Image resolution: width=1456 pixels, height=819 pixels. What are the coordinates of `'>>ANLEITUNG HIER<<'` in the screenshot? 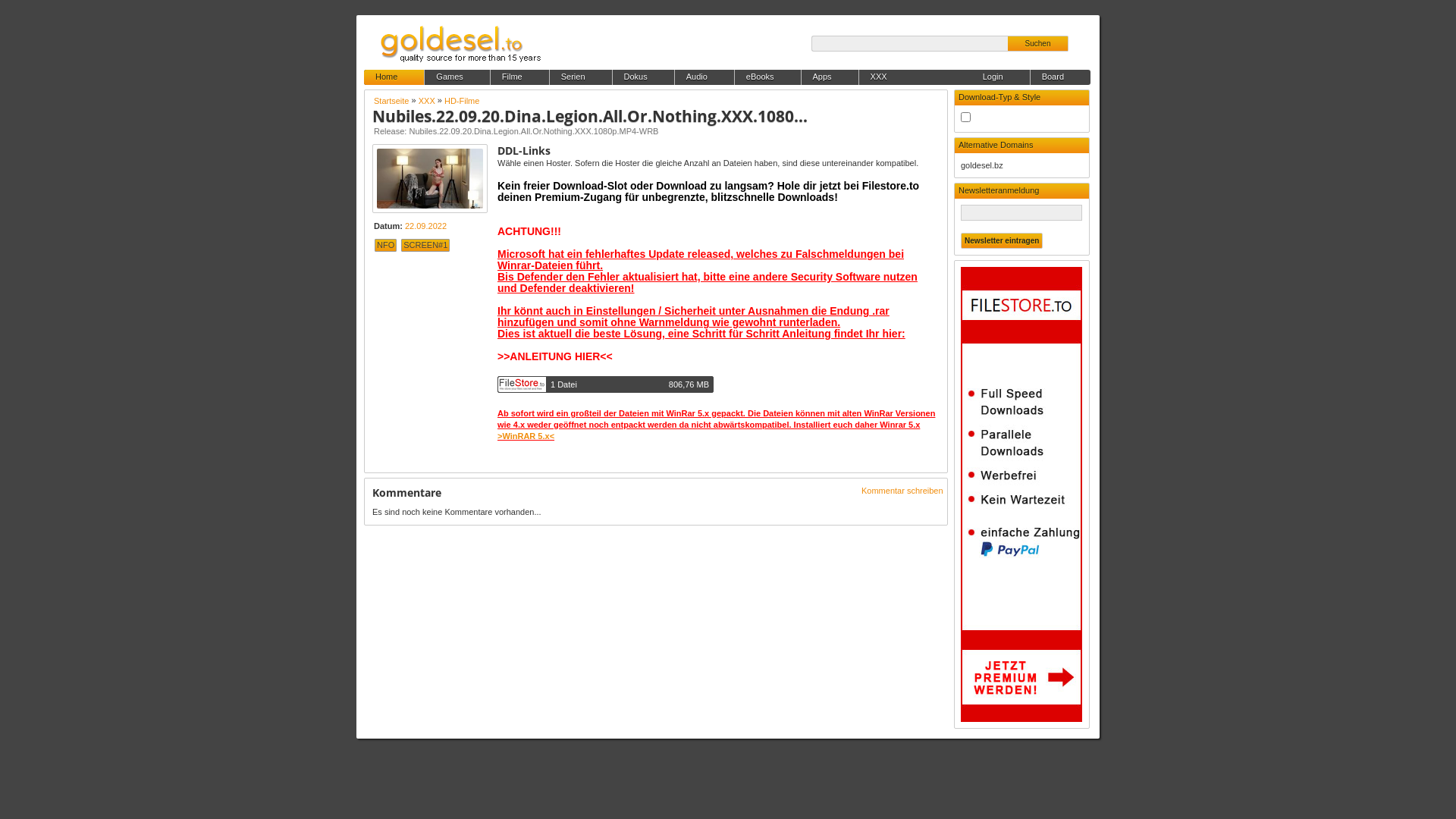 It's located at (554, 356).